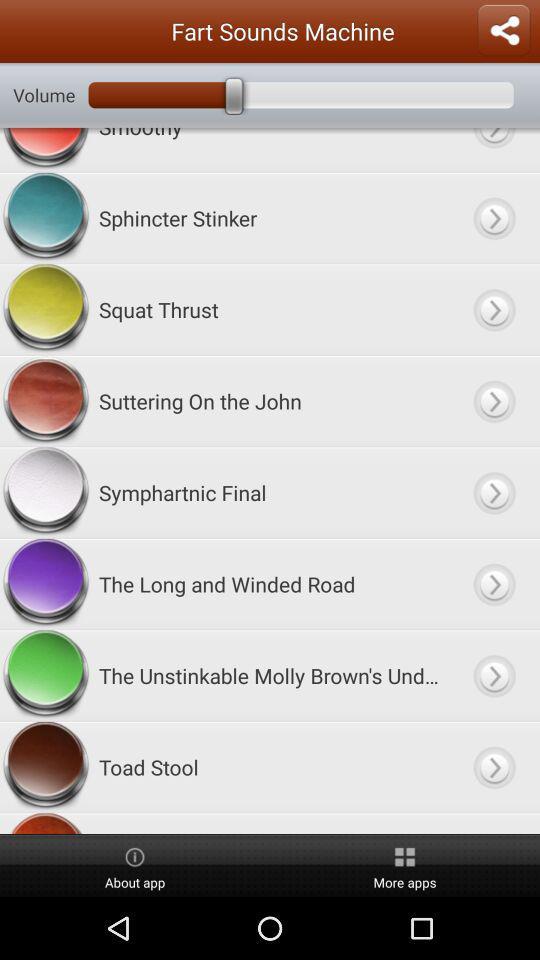  What do you see at coordinates (493, 491) in the screenshot?
I see `open symphartnic final tab` at bounding box center [493, 491].